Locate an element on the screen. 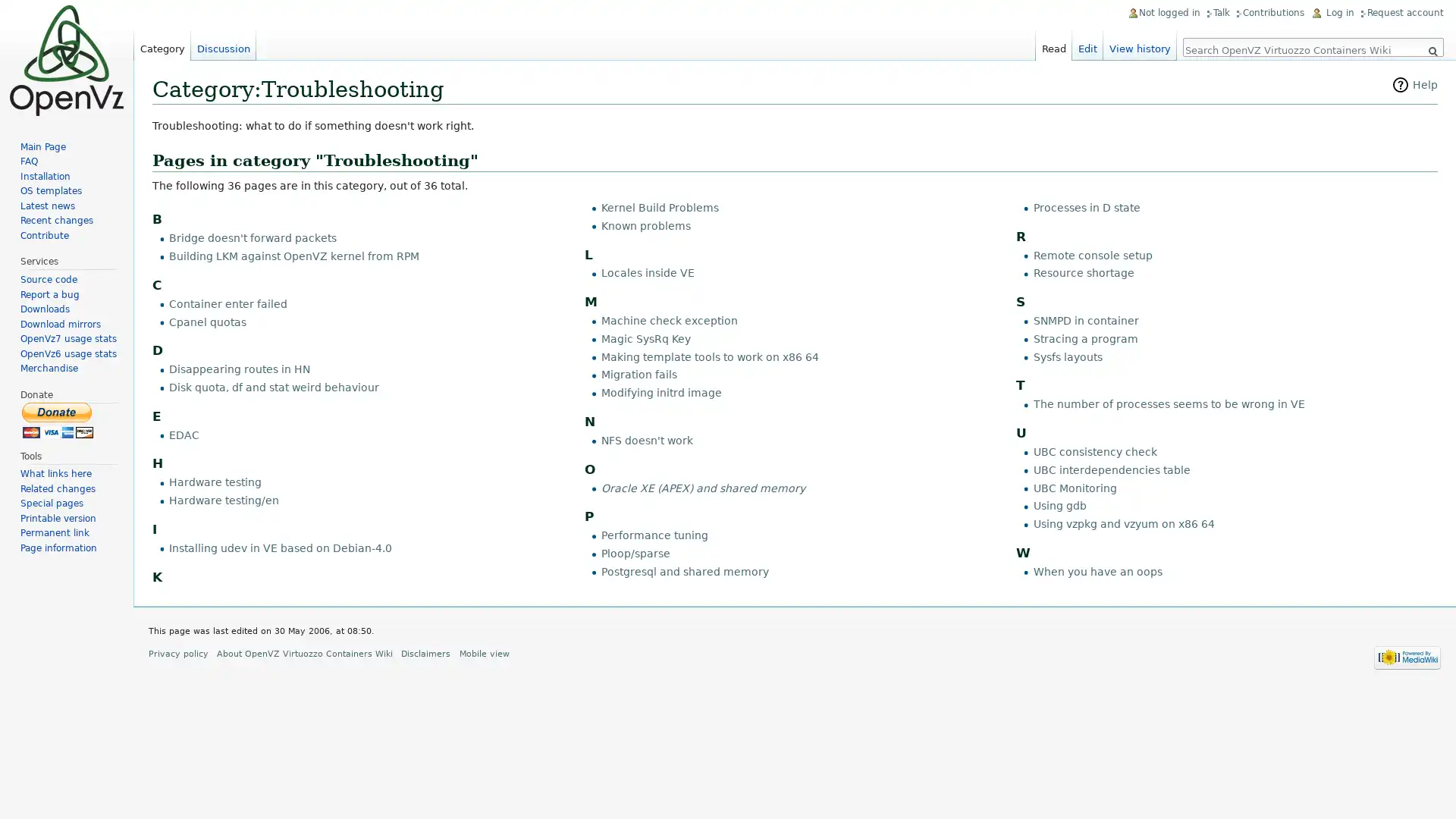 This screenshot has height=819, width=1456. Go is located at coordinates (1432, 51).